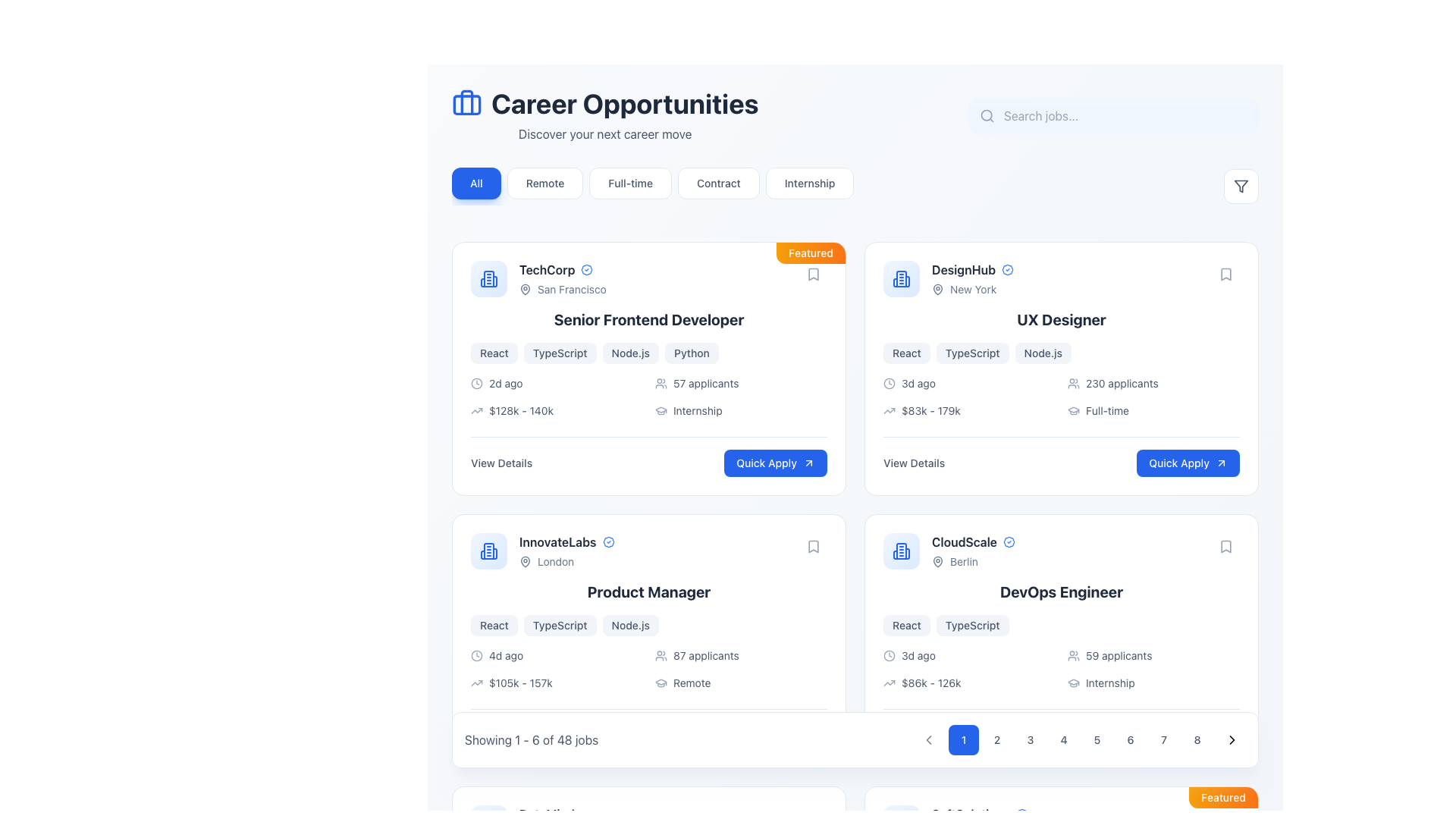  What do you see at coordinates (475, 183) in the screenshot?
I see `the rectangular button labeled 'All' with a blue background and white text` at bounding box center [475, 183].